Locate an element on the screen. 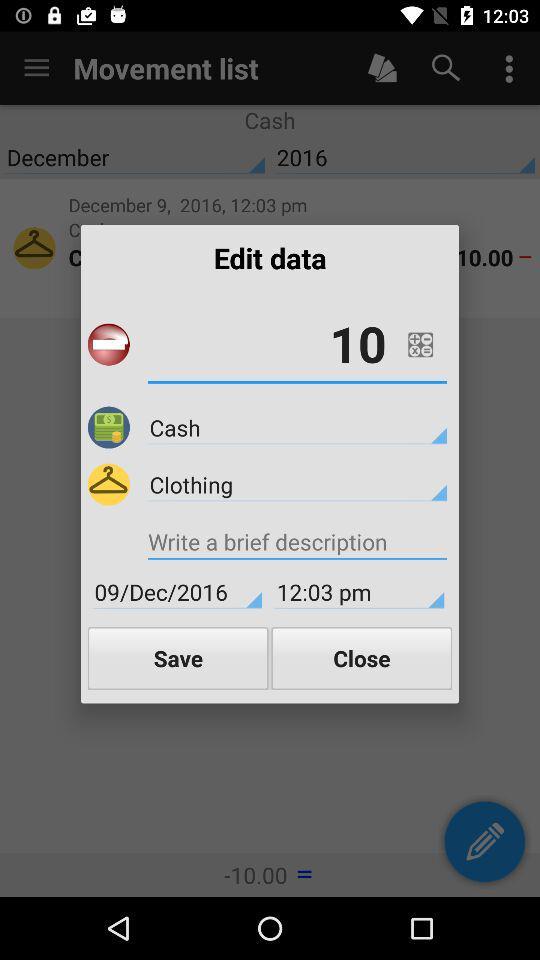 Image resolution: width=540 pixels, height=960 pixels. item at the bottom right corner is located at coordinates (360, 657).